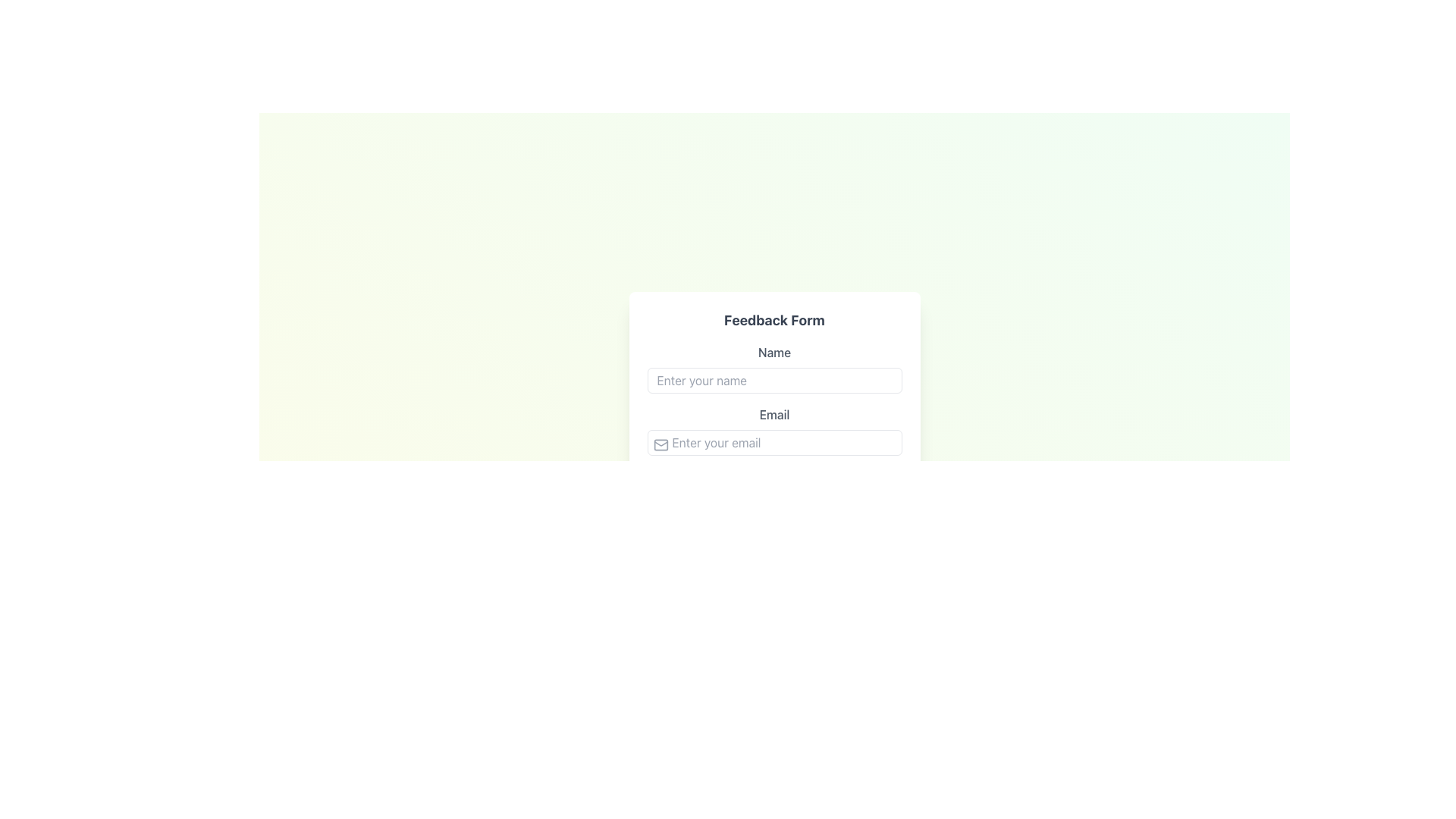  I want to click on the 'Name' label which identifies the input field for entering a name, positioned above the corresponding input field, so click(774, 353).